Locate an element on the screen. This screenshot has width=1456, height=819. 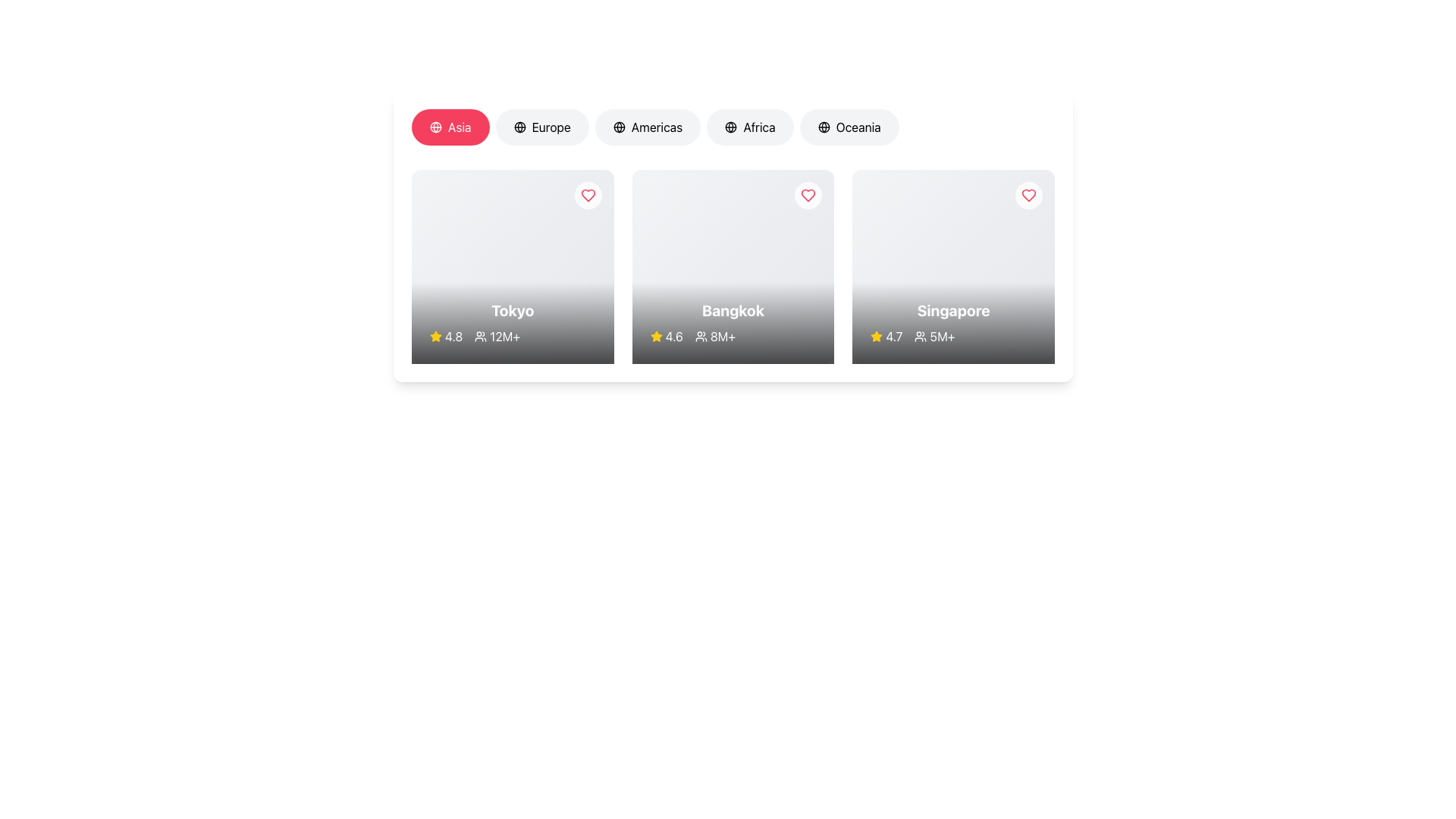
the rating value represented by the rating icon located in the bottom-left corner of the Tokyo card, which is the first rating icon from the left is located at coordinates (435, 335).